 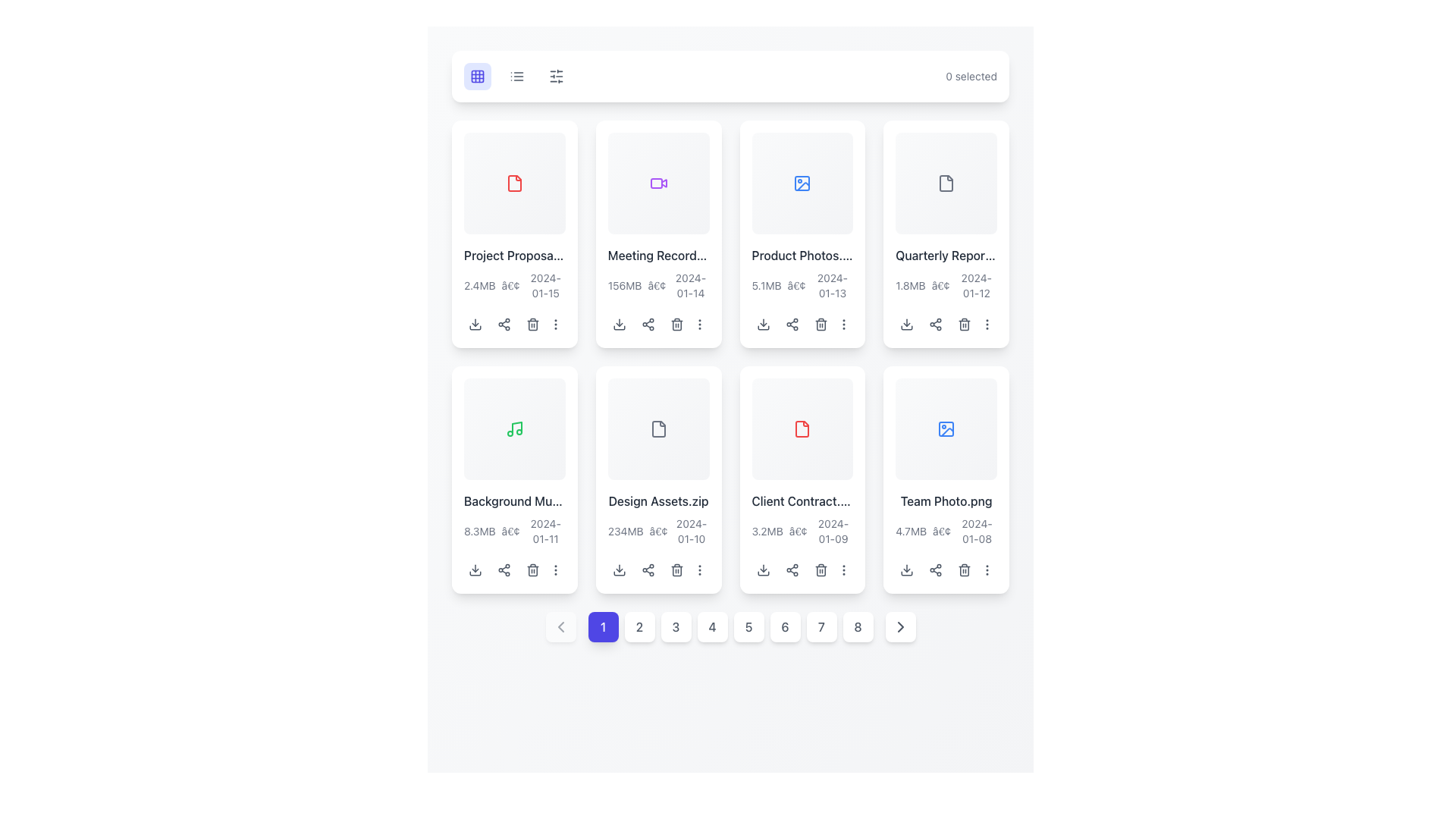 What do you see at coordinates (476, 76) in the screenshot?
I see `the grid icon located at the top-left corner of the interface` at bounding box center [476, 76].